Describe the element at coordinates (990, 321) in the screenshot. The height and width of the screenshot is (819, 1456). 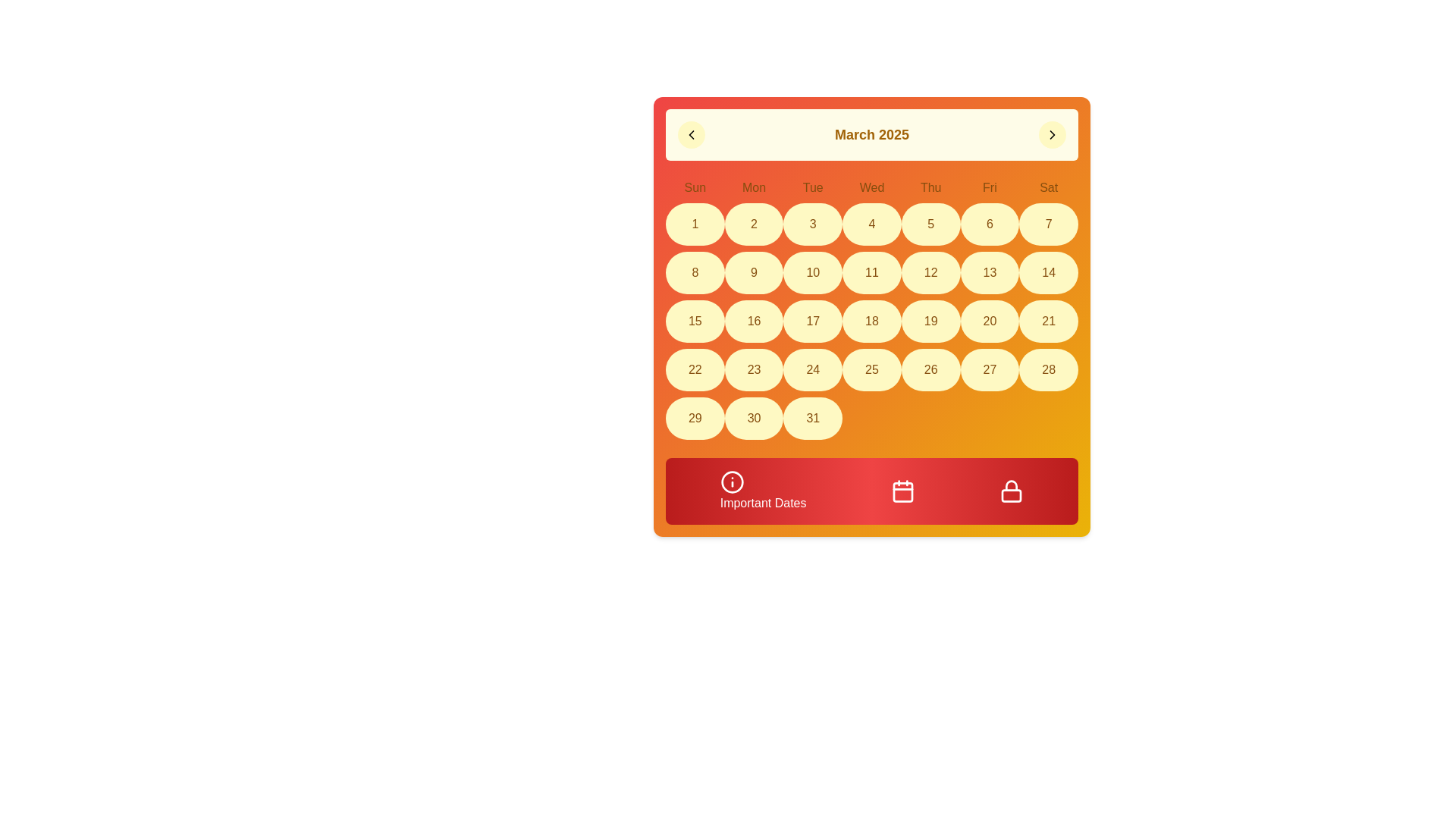
I see `the interactive calendar cell displaying '20' in brown, located under 'Fri' in the calendar grid` at that location.